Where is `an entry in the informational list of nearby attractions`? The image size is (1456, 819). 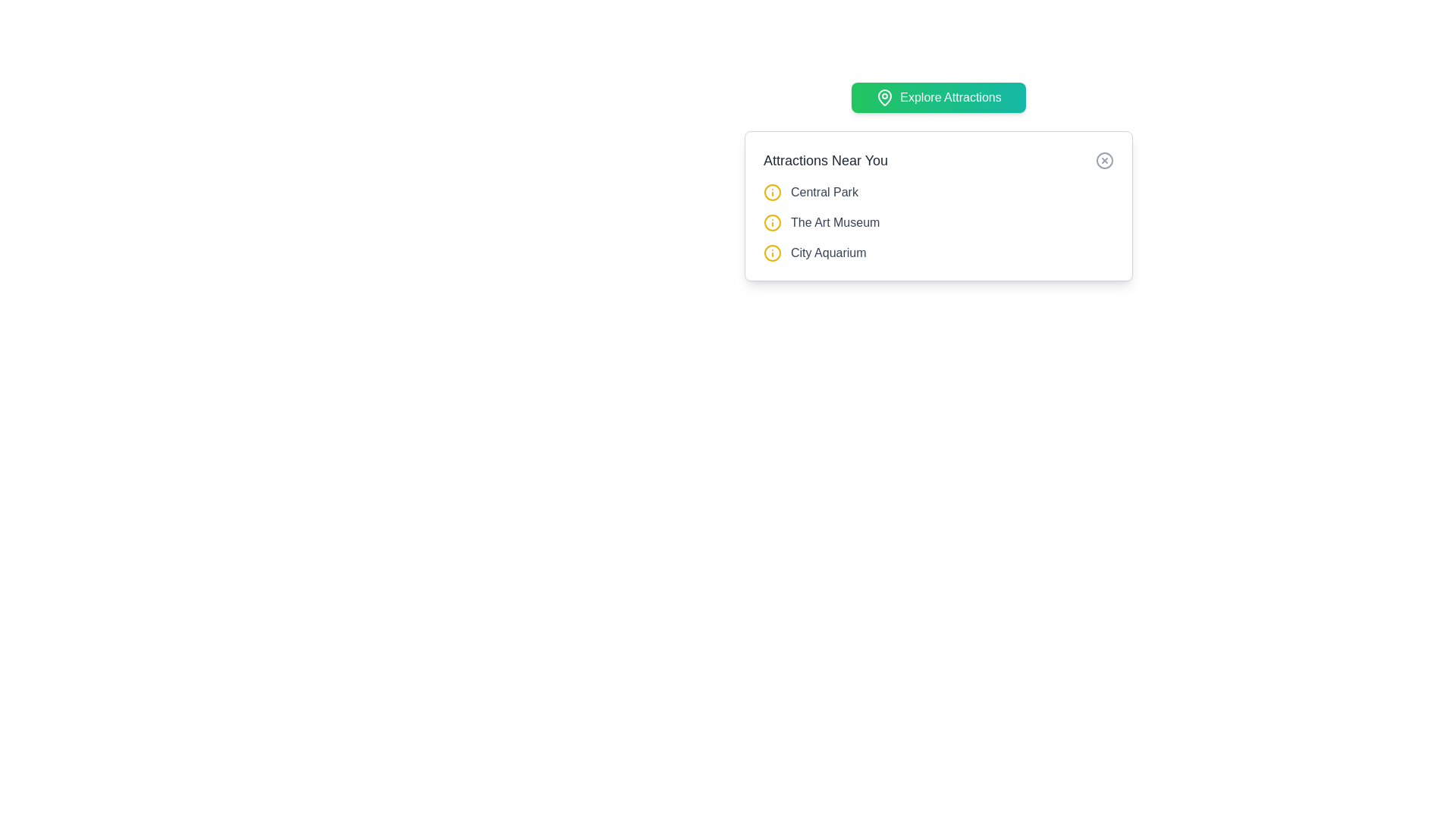
an entry in the informational list of nearby attractions is located at coordinates (938, 222).